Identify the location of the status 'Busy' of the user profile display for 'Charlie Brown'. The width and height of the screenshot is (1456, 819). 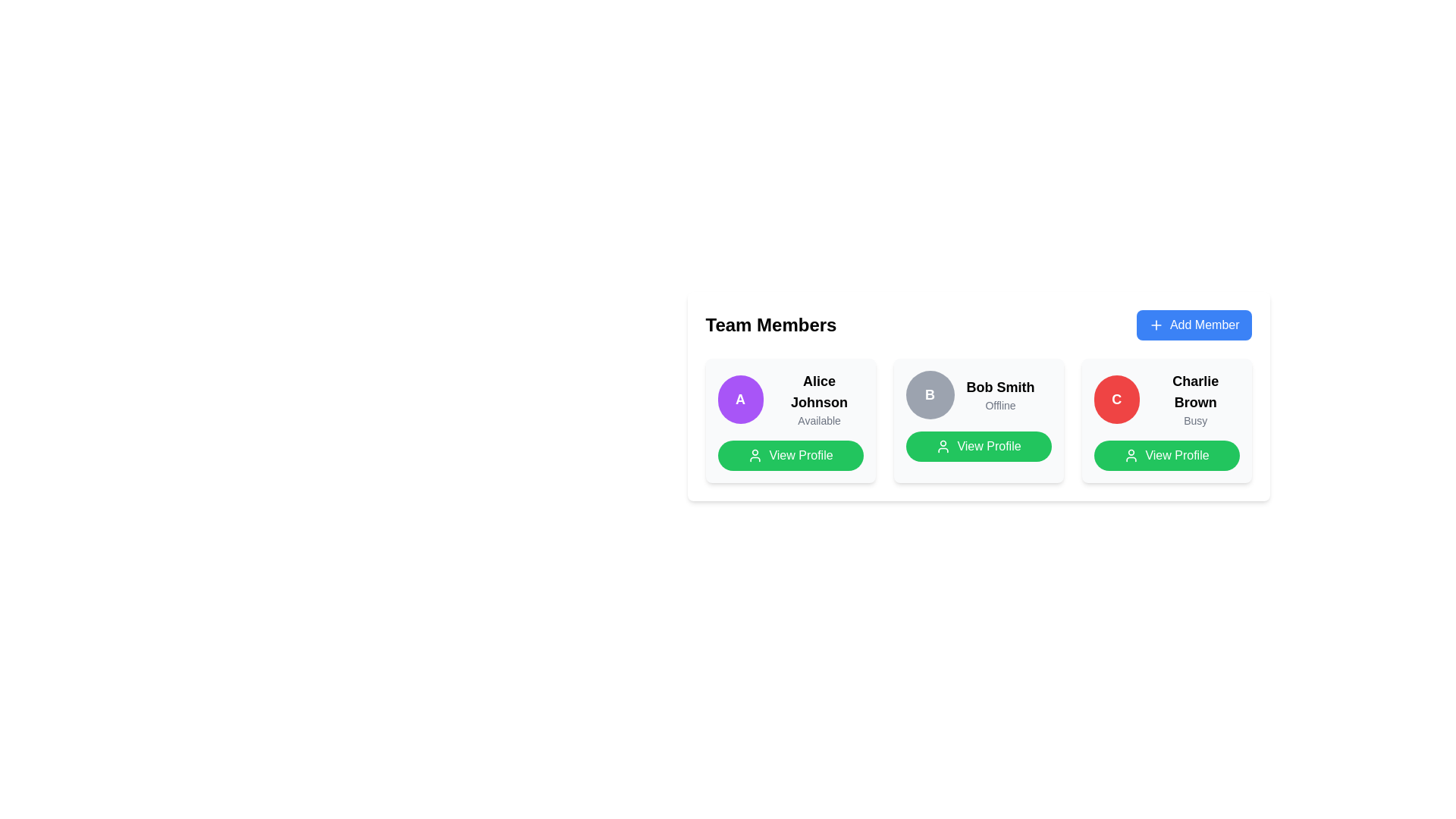
(1166, 399).